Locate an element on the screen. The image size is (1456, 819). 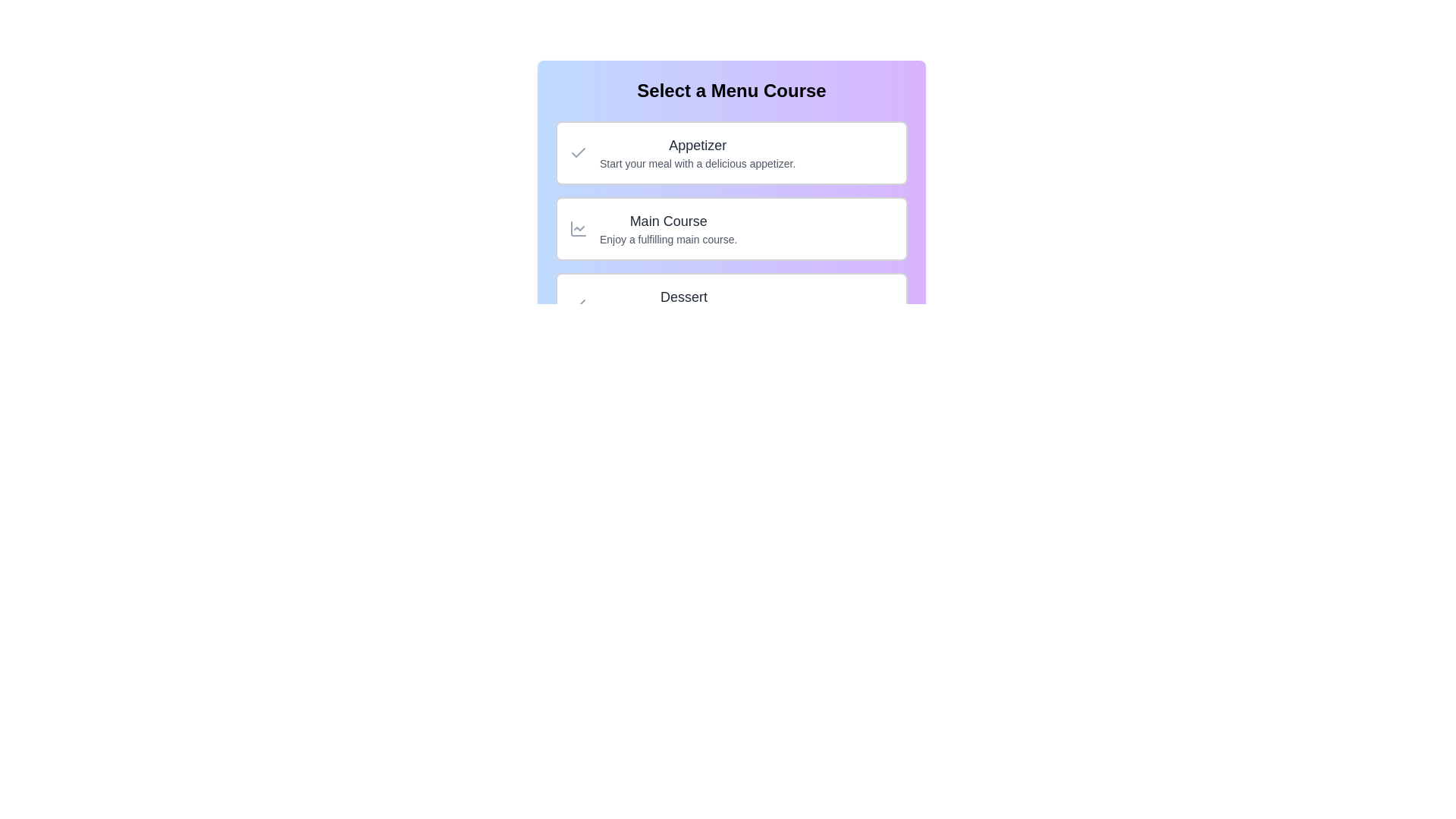
the 'Main Course' selectable card, which is the second item in the list under 'Select a Menu Course' is located at coordinates (731, 222).